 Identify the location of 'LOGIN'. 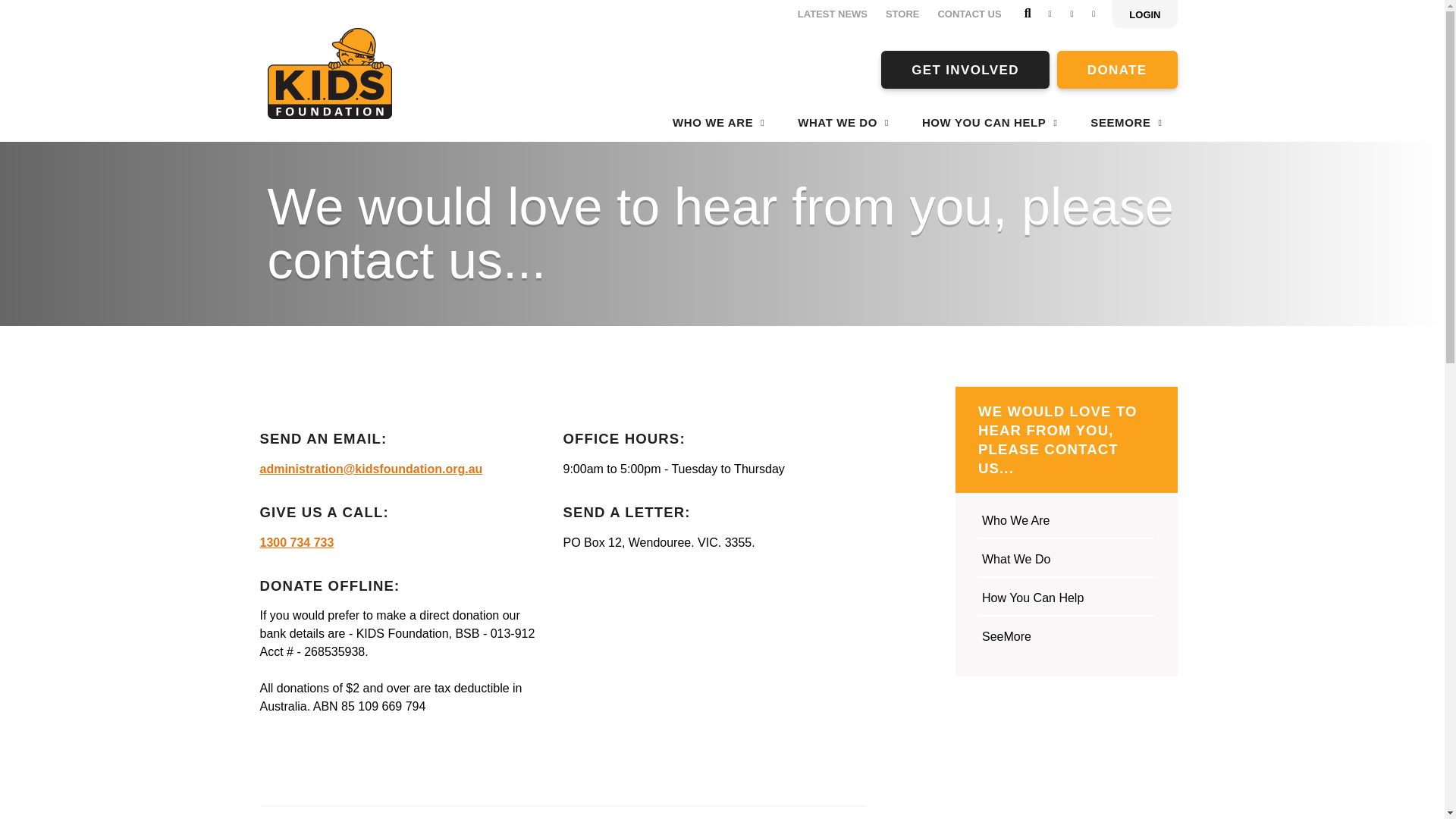
(1144, 14).